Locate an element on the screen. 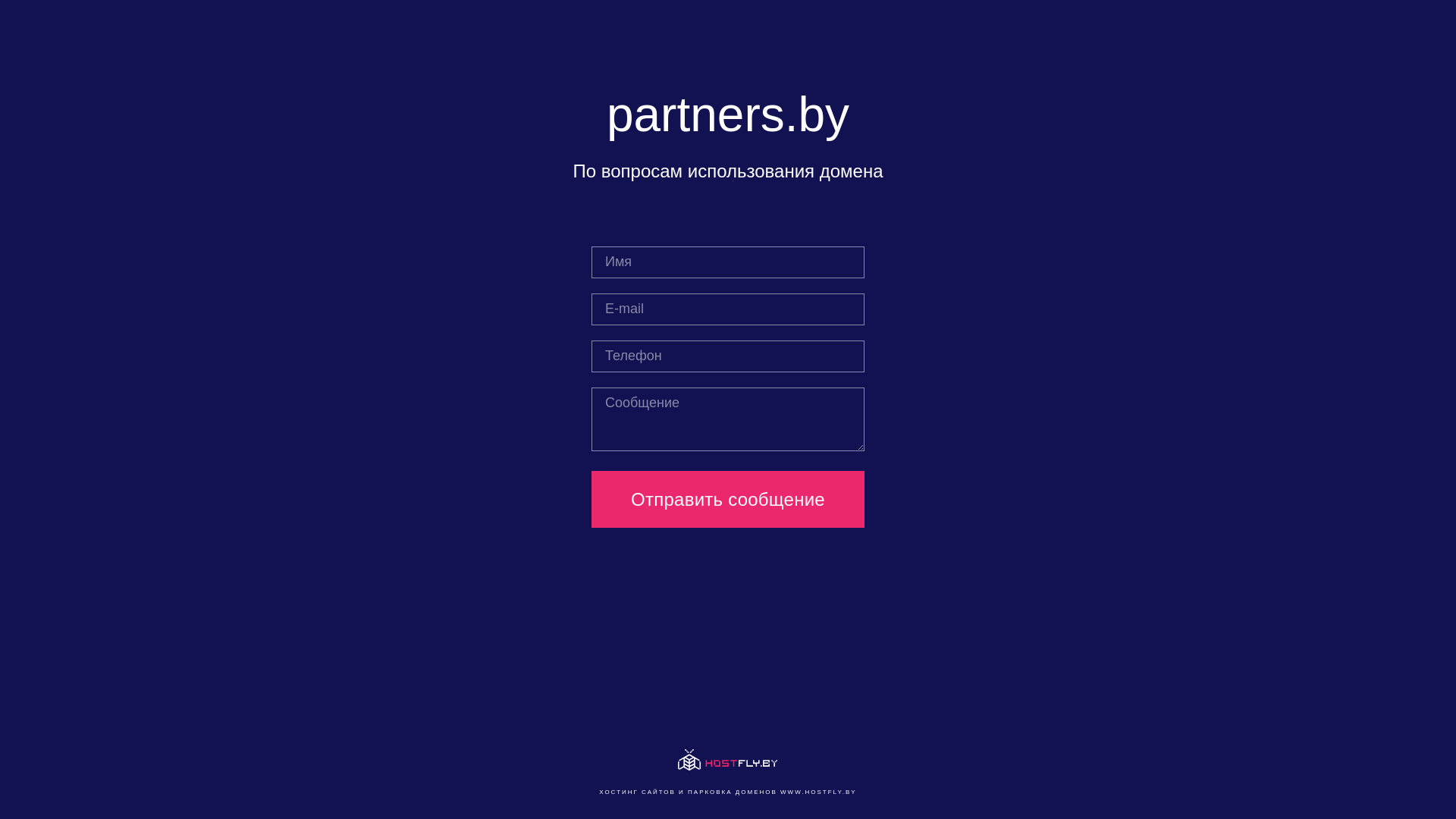  'WWW.HOSTFLY.BY' is located at coordinates (780, 791).